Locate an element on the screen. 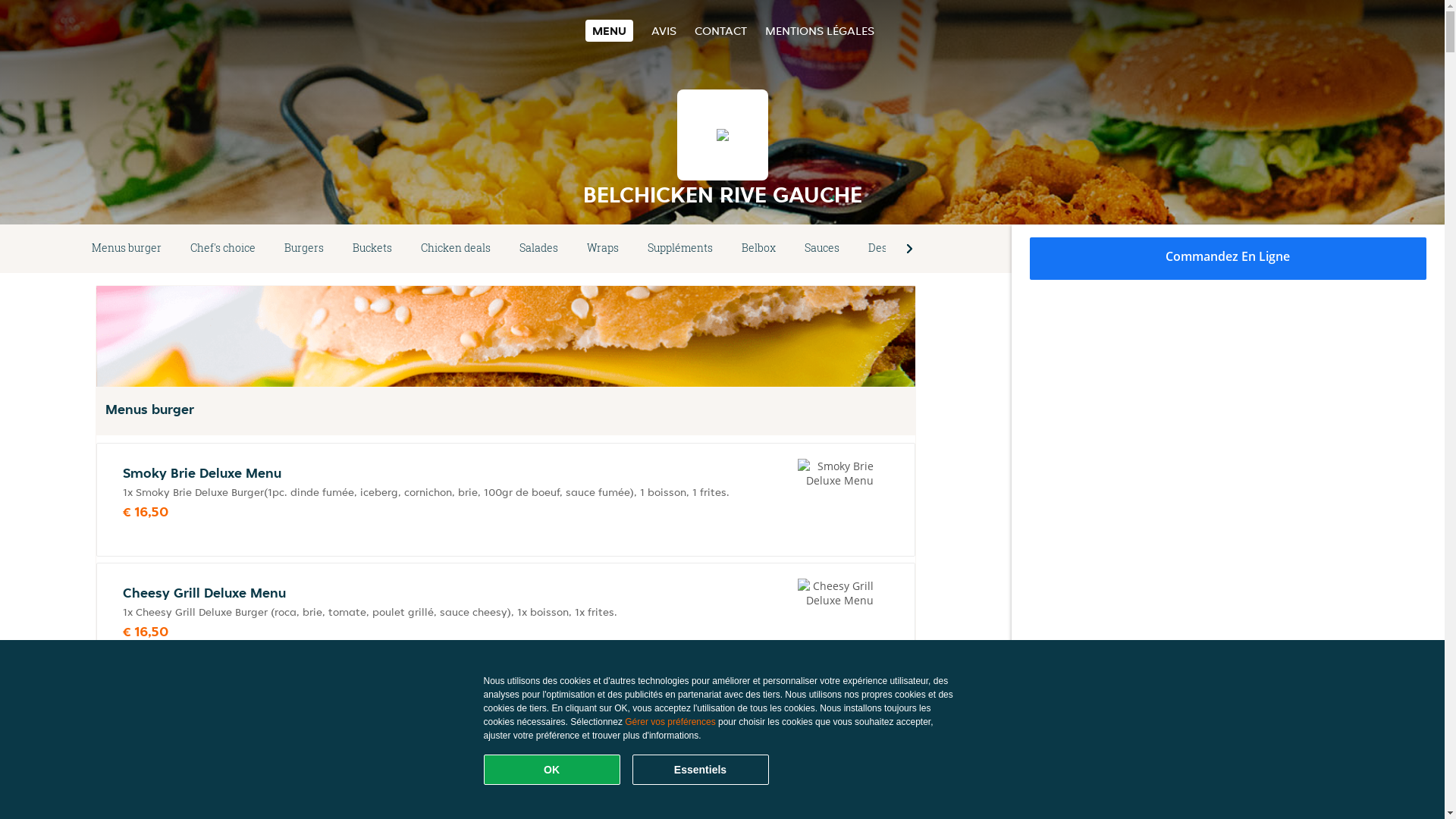 This screenshot has height=819, width=1456. 'Desserts' is located at coordinates (890, 247).